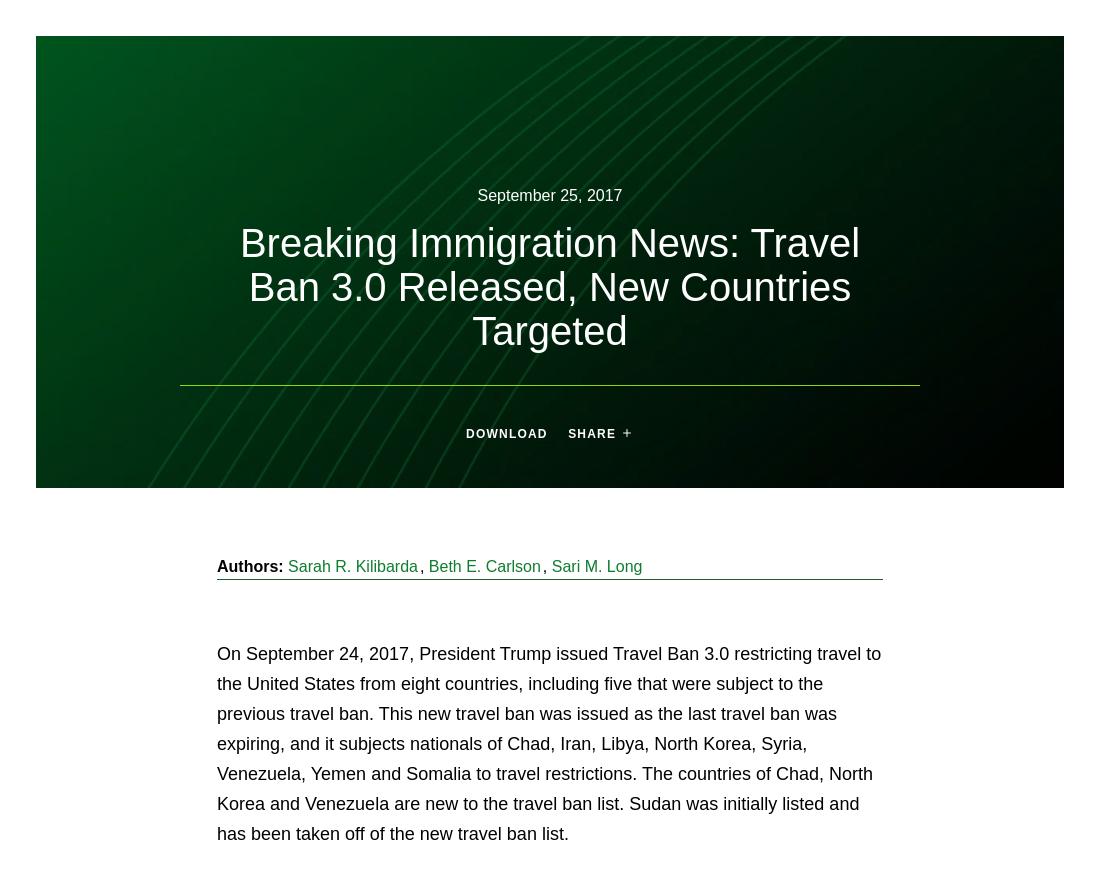 The width and height of the screenshot is (1100, 879). What do you see at coordinates (506, 431) in the screenshot?
I see `'Download'` at bounding box center [506, 431].